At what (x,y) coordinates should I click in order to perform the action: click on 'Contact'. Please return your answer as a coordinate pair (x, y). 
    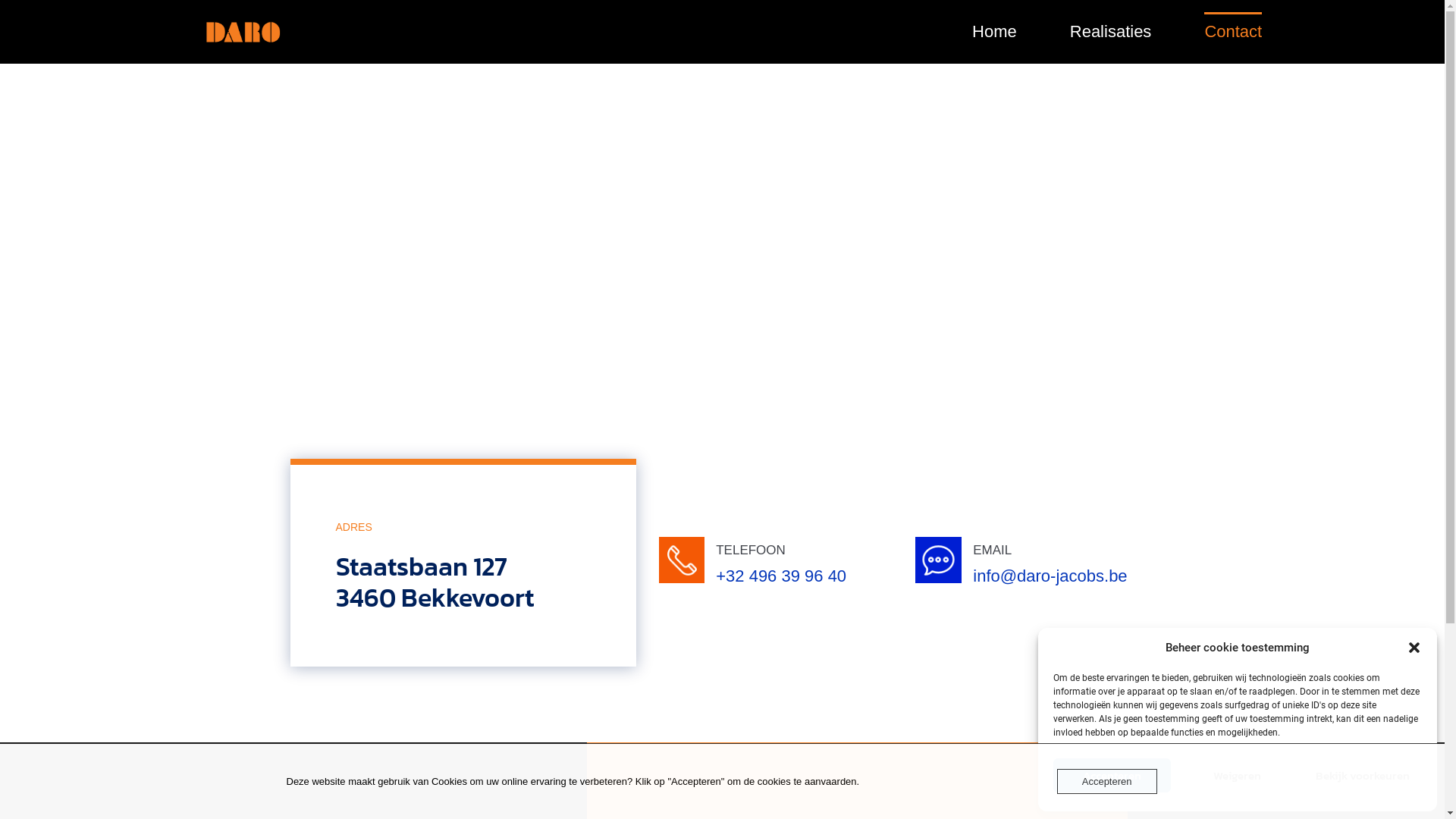
    Looking at the image, I should click on (1233, 32).